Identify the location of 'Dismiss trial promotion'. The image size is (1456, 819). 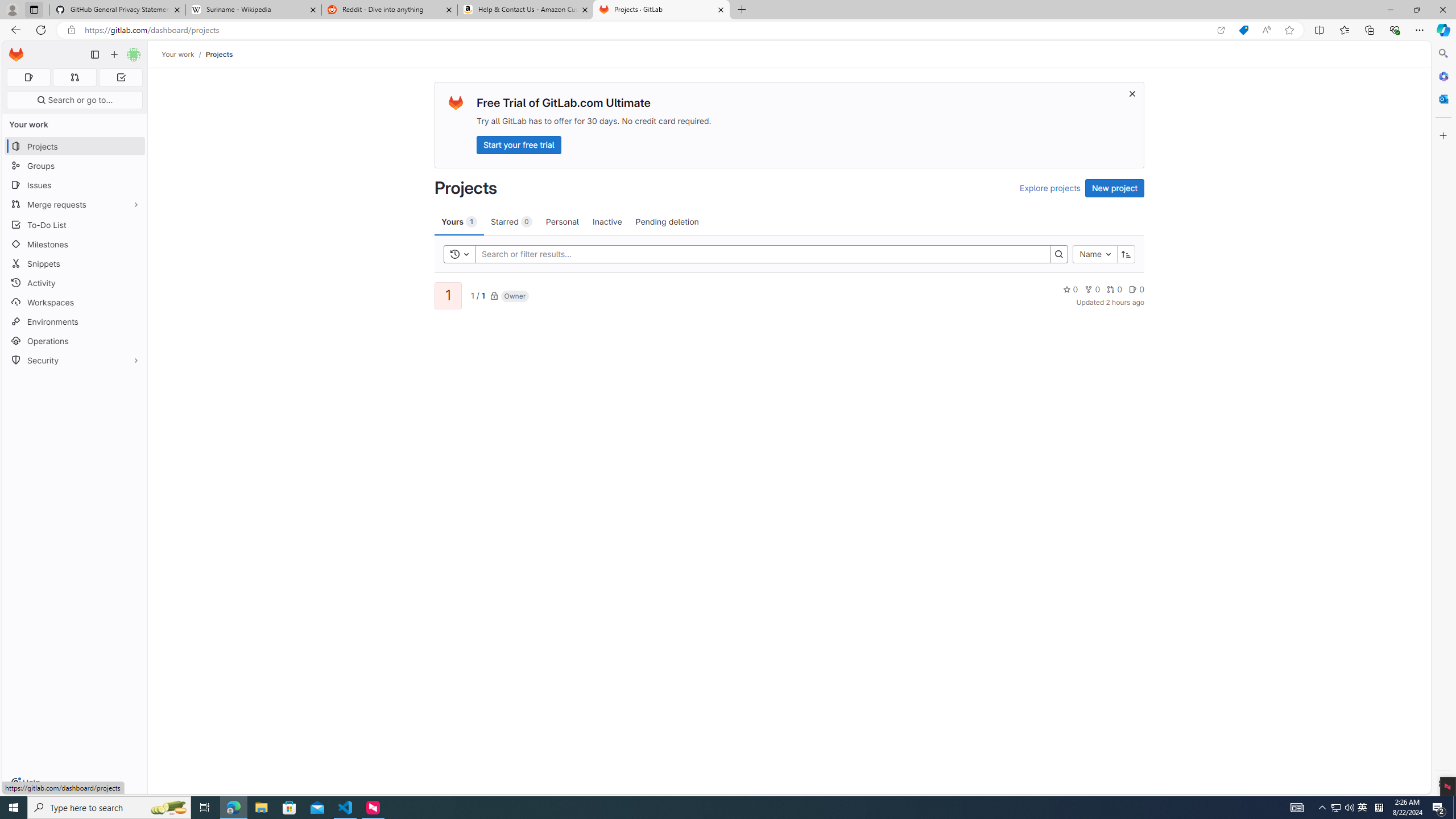
(1131, 93).